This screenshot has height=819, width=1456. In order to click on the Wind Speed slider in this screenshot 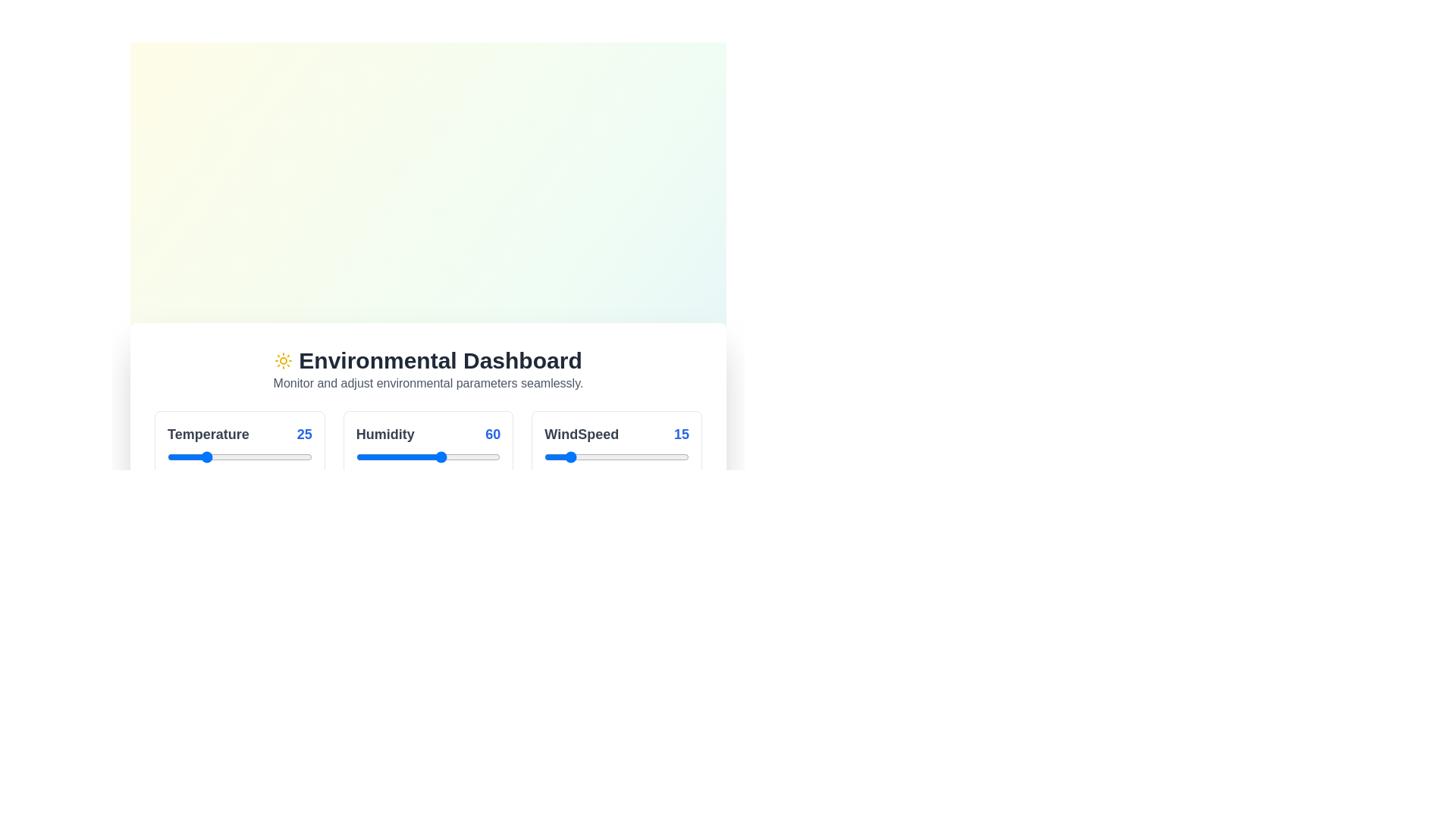, I will do `click(673, 456)`.